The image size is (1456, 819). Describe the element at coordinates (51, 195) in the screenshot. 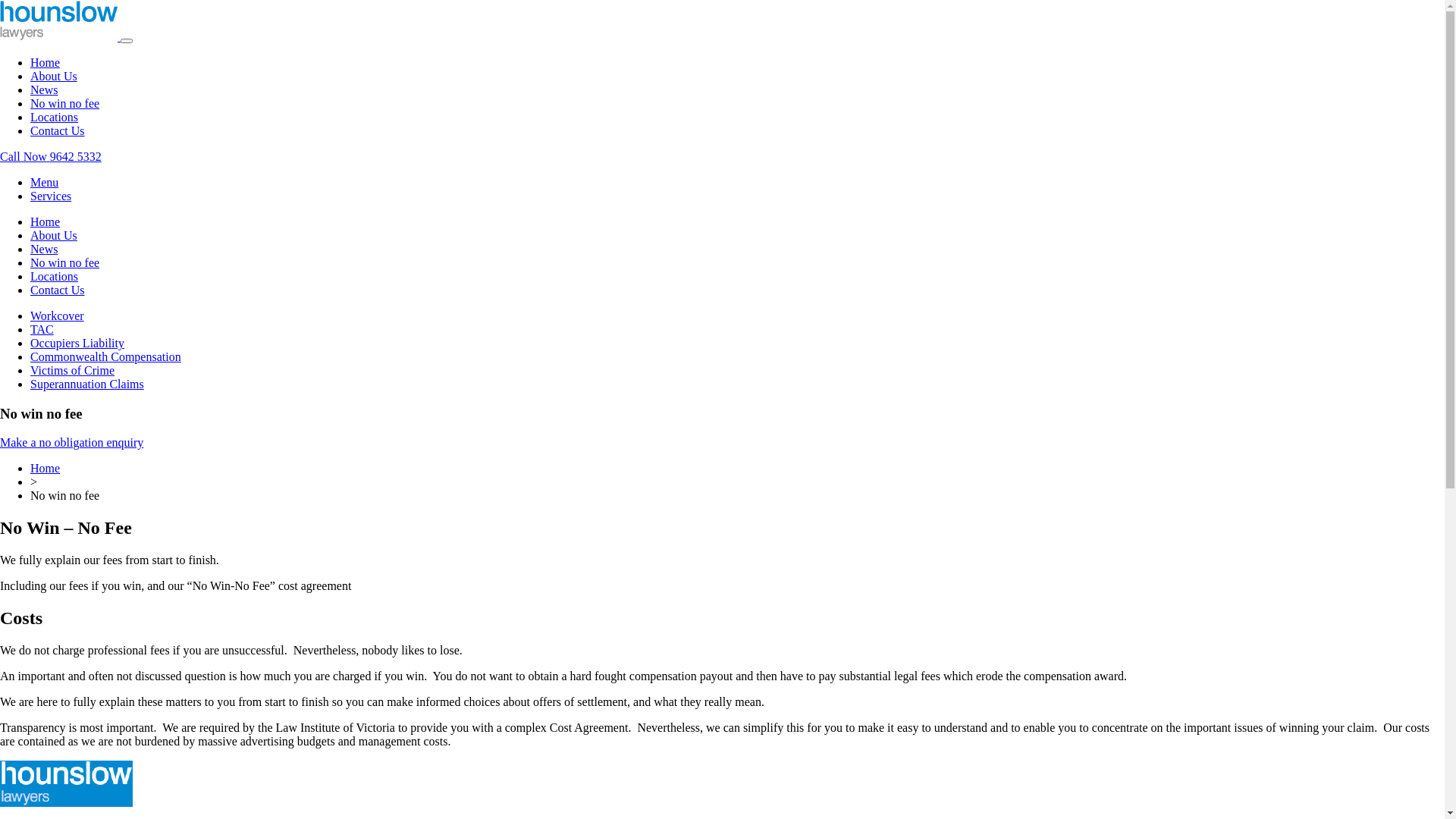

I see `'Services'` at that location.